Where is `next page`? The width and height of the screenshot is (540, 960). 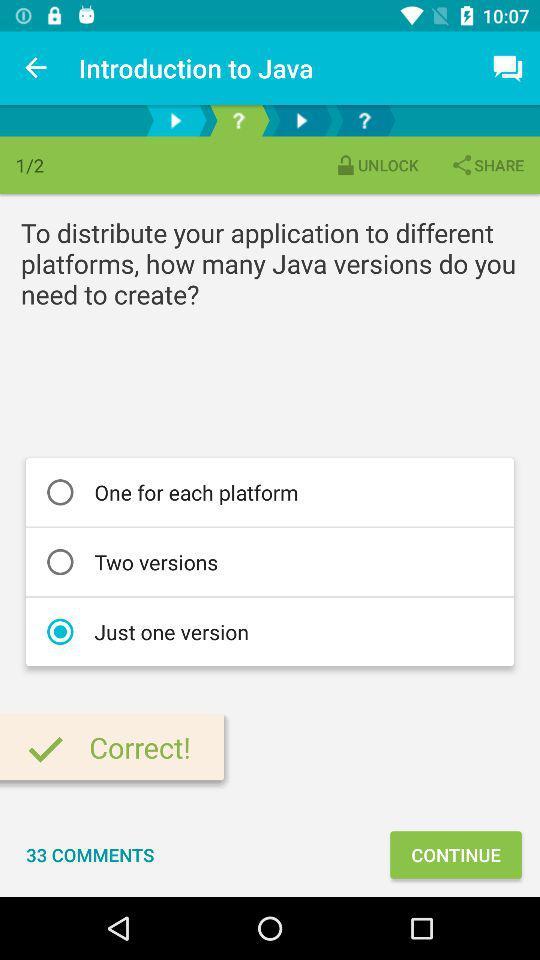
next page is located at coordinates (175, 120).